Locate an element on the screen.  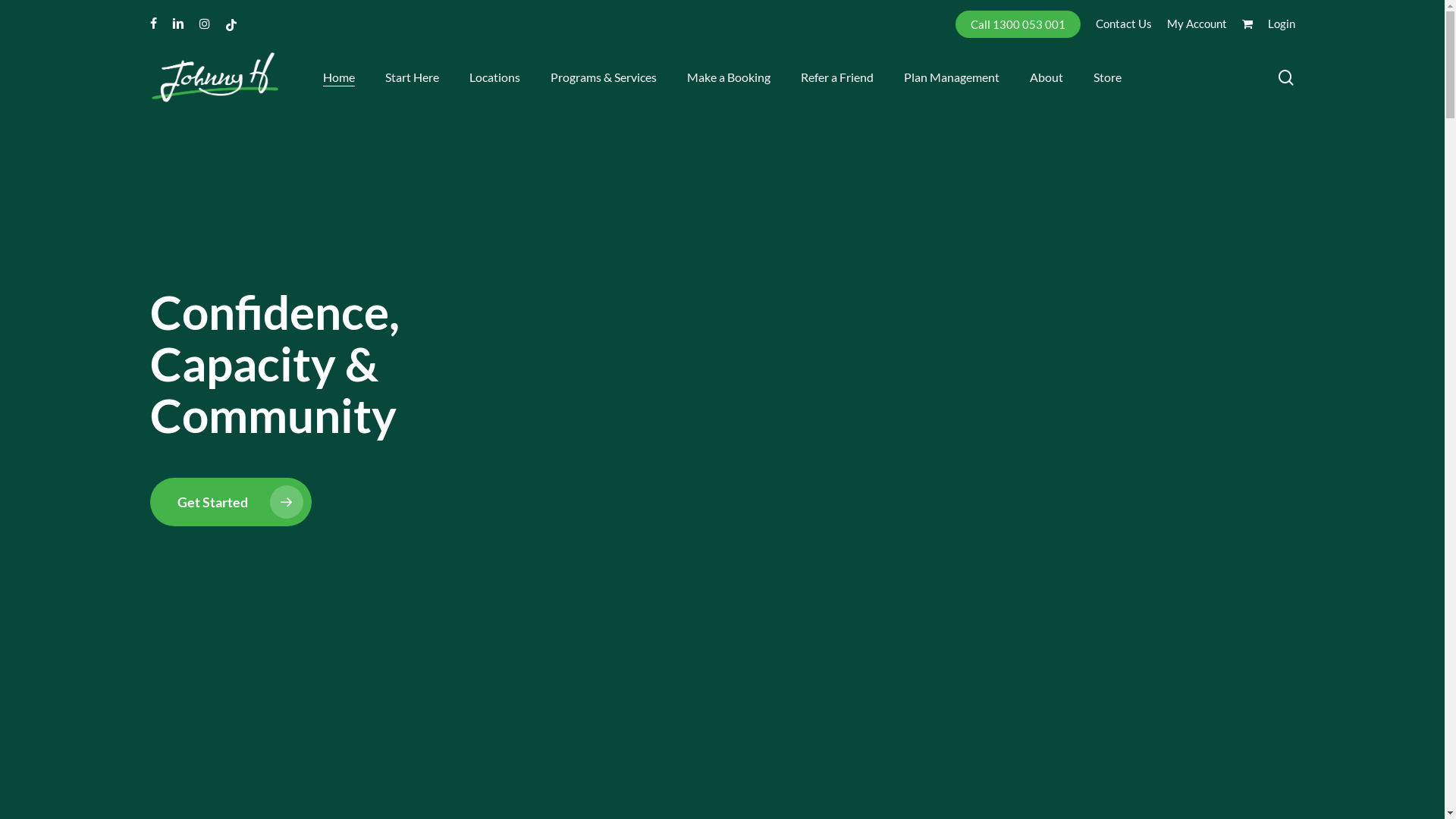
'Login' is located at coordinates (1280, 23).